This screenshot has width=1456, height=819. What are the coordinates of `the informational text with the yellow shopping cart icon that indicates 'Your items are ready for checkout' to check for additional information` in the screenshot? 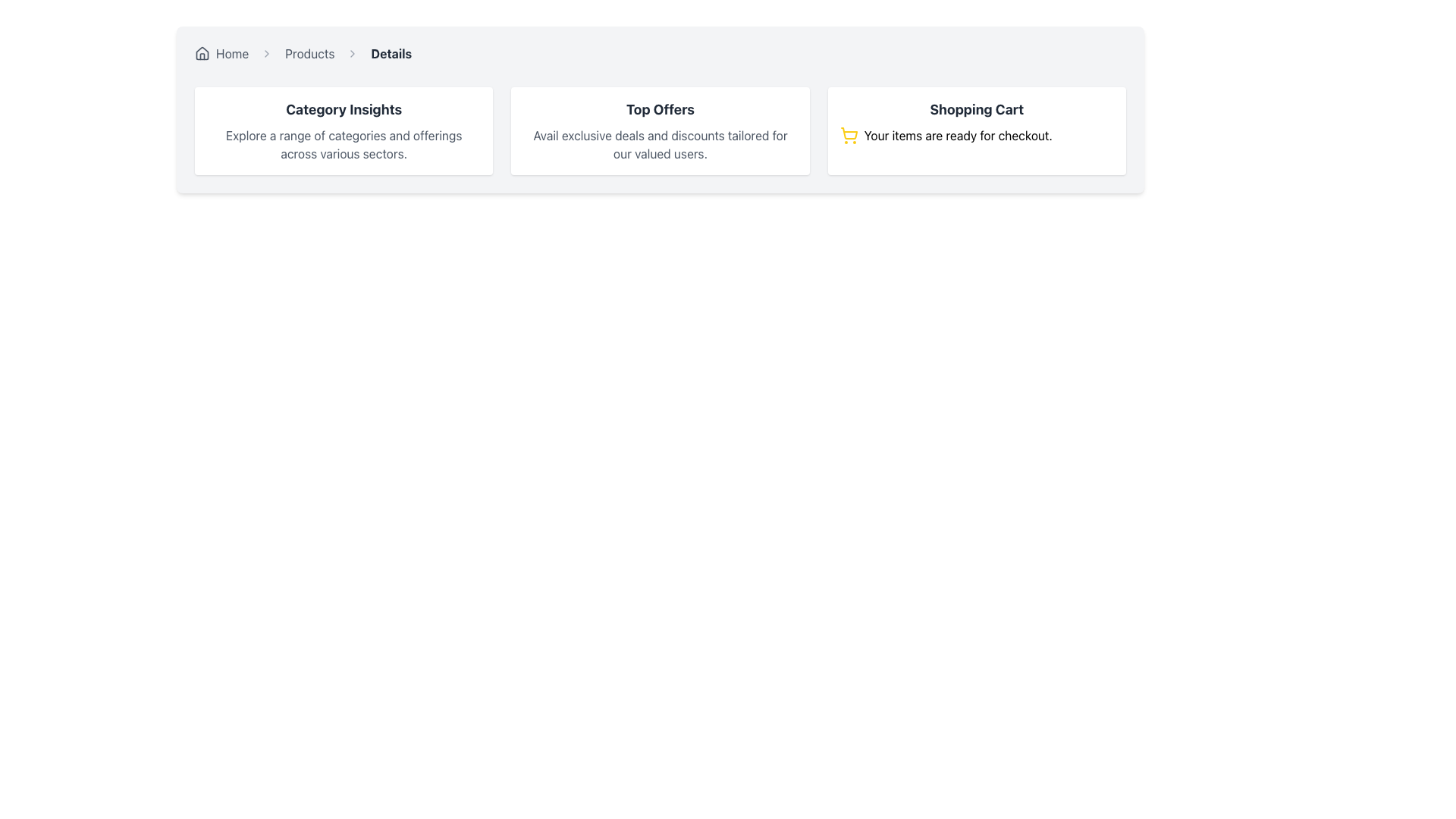 It's located at (977, 134).